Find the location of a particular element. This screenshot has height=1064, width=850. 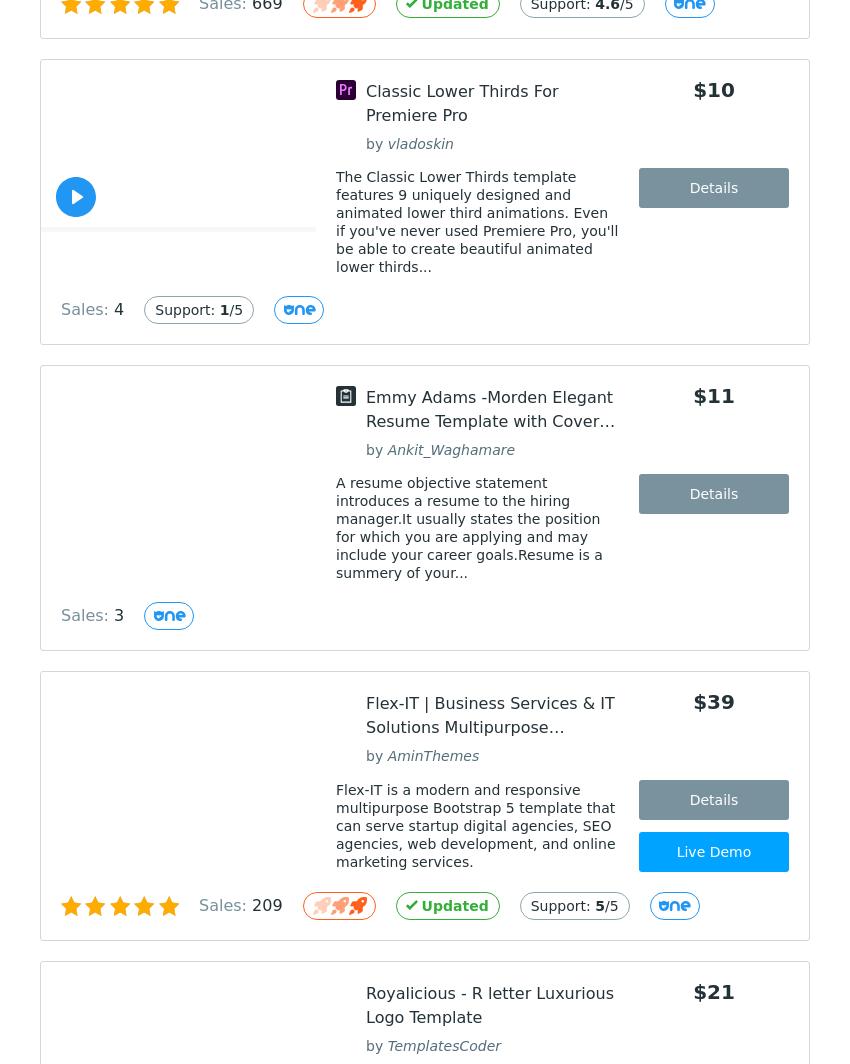

'Flex-IT is a modern and responsive multipurpose Bootstrap 5 template that can serve startup digital agencies, SEO agencies, web development, and online marketing services.' is located at coordinates (475, 825).